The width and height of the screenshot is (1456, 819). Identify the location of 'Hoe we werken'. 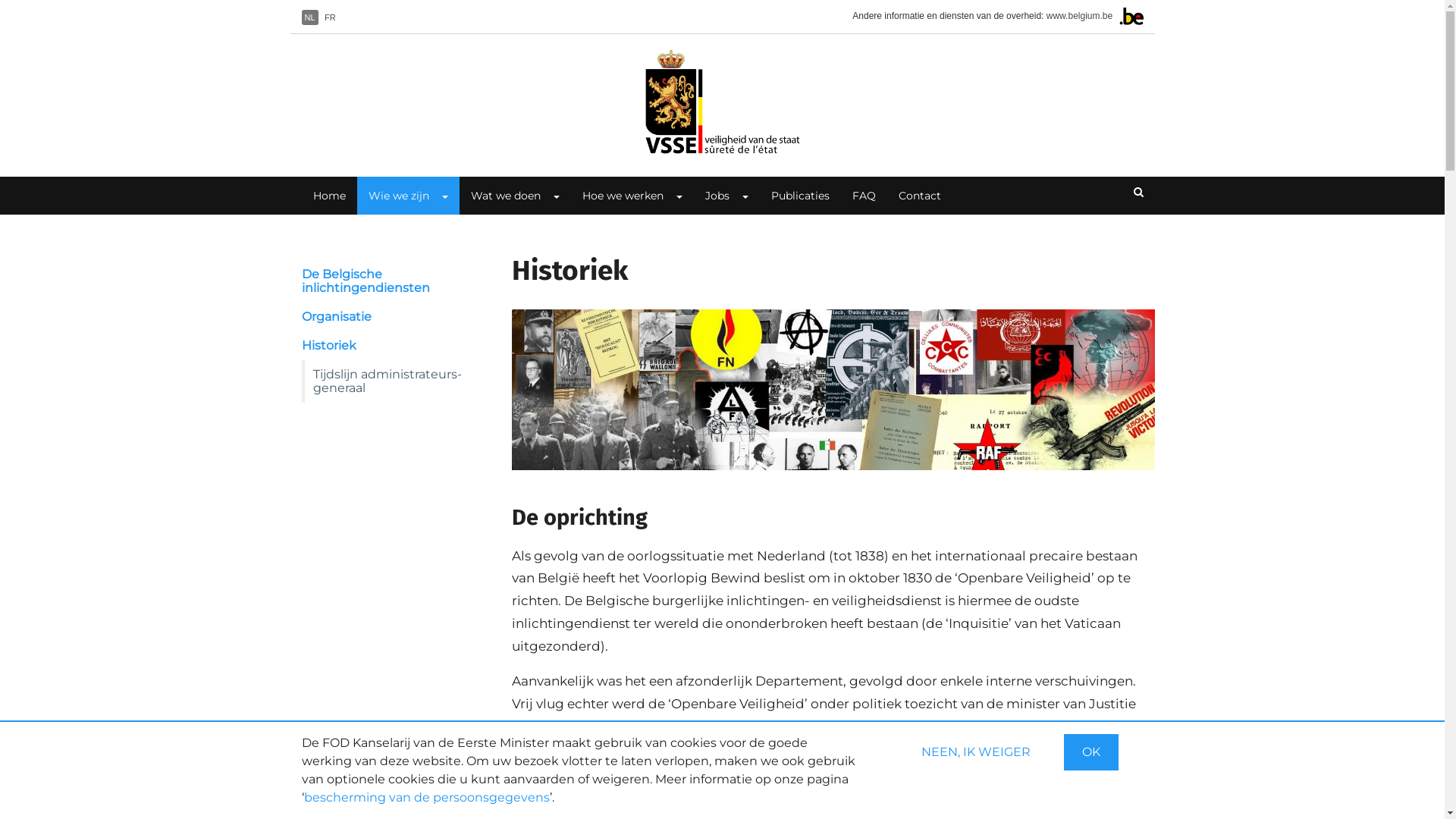
(570, 195).